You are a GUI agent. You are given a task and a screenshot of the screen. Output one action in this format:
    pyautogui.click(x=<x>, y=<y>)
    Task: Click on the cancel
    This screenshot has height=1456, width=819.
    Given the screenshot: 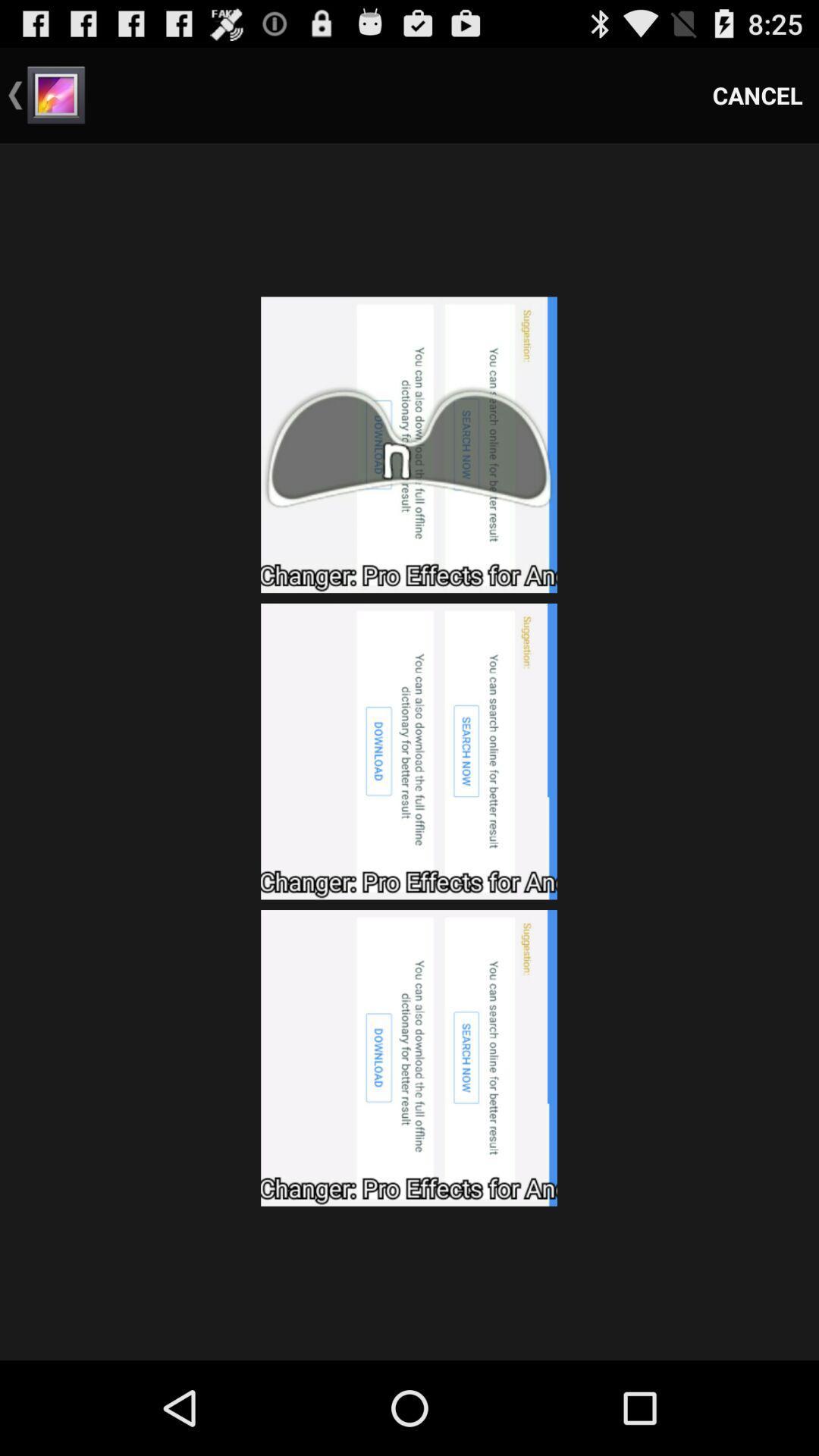 What is the action you would take?
    pyautogui.click(x=758, y=94)
    